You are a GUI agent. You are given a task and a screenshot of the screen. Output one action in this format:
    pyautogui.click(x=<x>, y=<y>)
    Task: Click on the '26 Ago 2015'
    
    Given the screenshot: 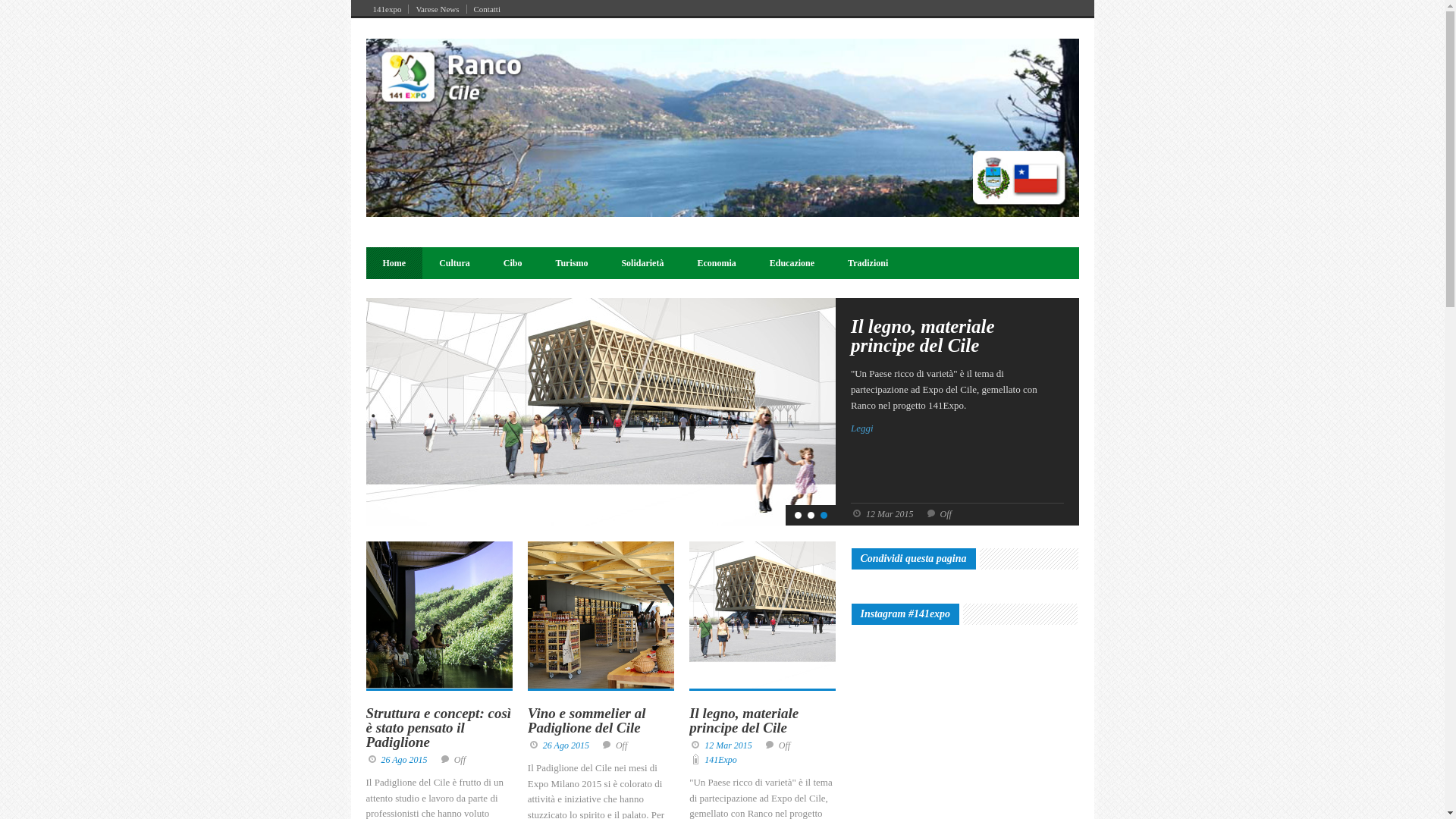 What is the action you would take?
    pyautogui.click(x=403, y=760)
    